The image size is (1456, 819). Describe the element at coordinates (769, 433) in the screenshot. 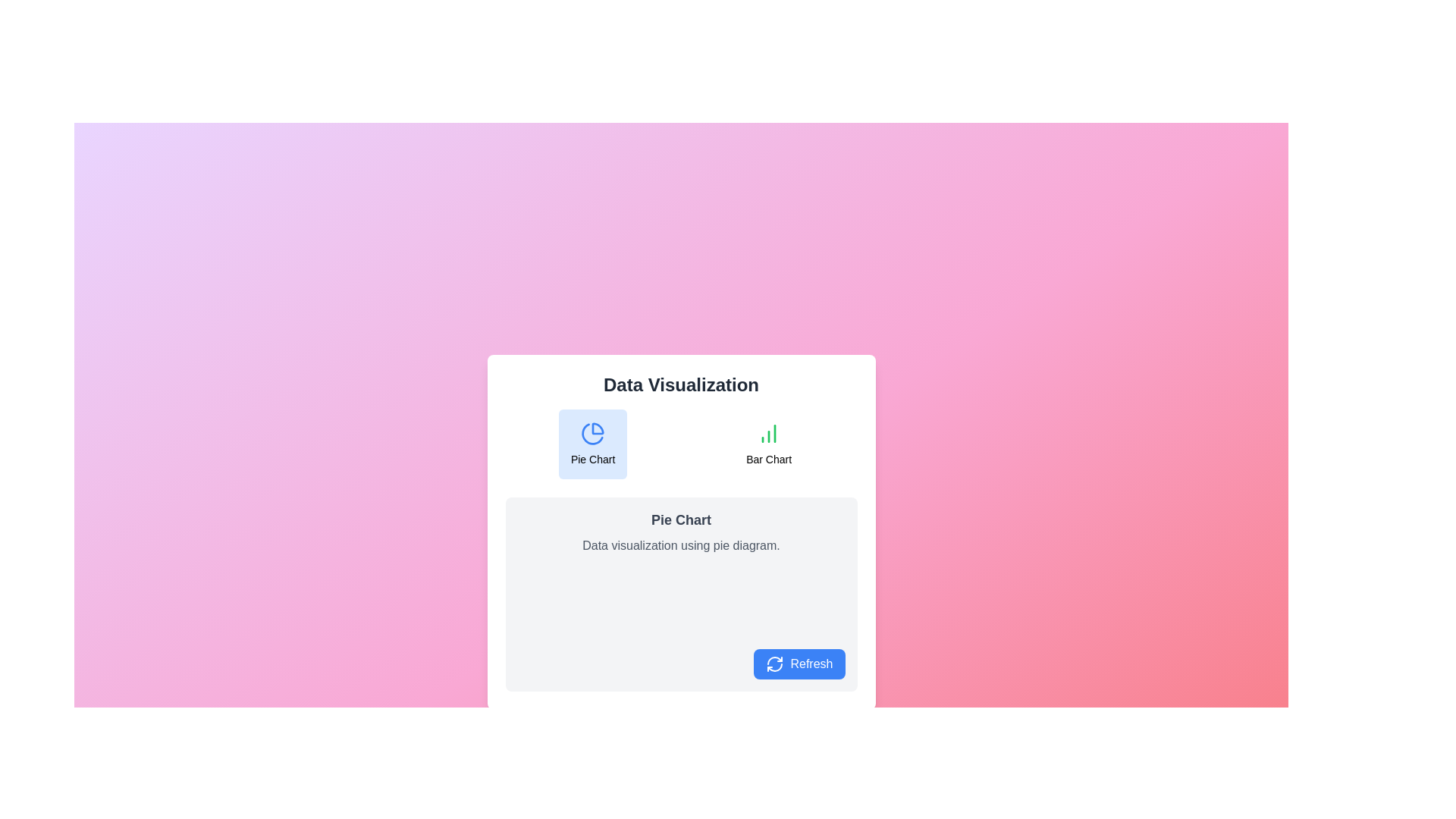

I see `the green bar chart icon depicting three vertical bars, located in the 'Data Visualization' section above the 'Bar Chart' label` at that location.